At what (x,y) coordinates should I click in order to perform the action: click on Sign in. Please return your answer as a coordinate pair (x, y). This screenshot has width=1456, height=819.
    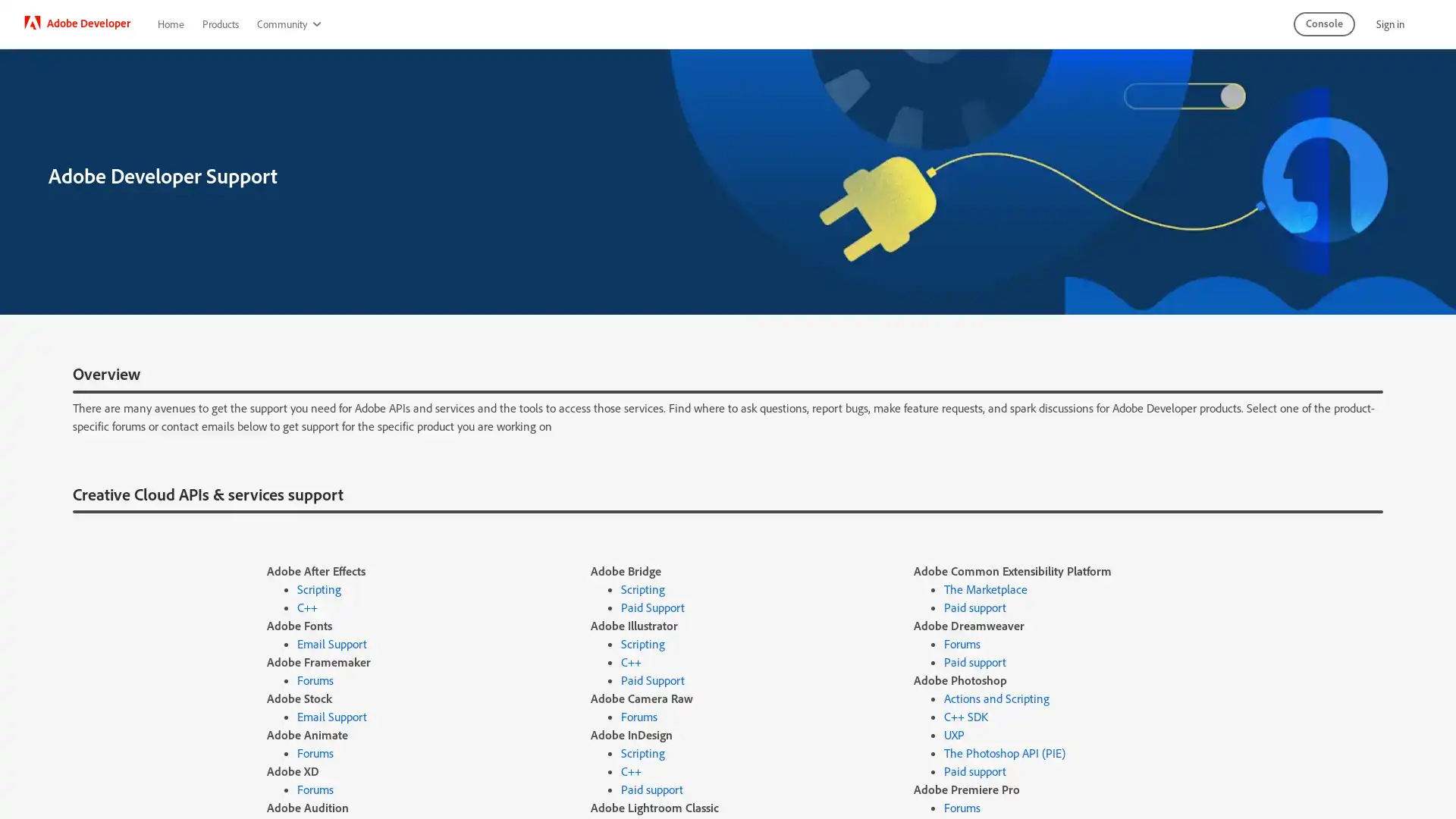
    Looking at the image, I should click on (1390, 24).